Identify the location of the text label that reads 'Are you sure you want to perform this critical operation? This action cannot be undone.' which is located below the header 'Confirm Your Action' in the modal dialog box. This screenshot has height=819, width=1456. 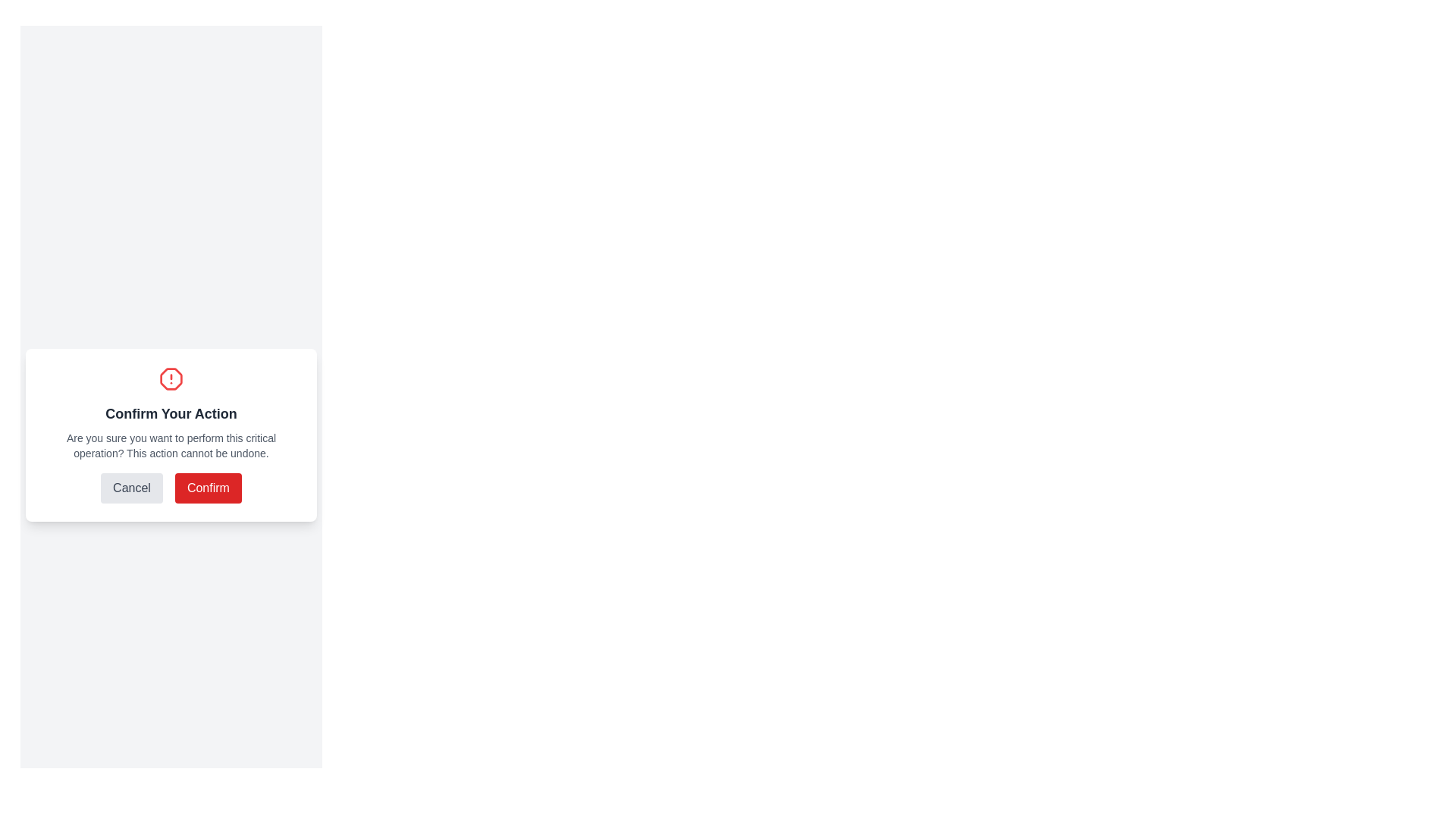
(171, 444).